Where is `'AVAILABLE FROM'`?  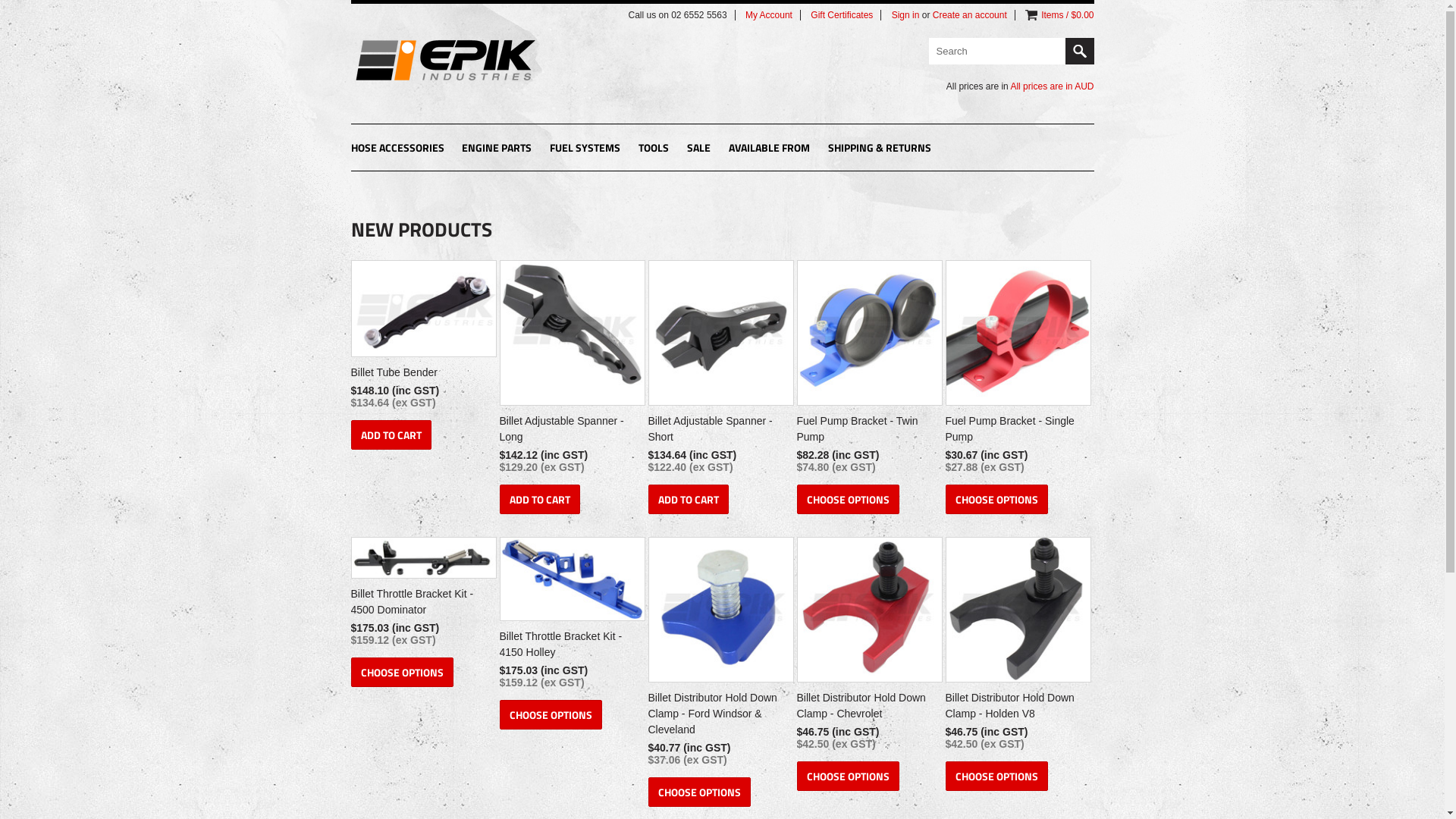 'AVAILABLE FROM' is located at coordinates (769, 149).